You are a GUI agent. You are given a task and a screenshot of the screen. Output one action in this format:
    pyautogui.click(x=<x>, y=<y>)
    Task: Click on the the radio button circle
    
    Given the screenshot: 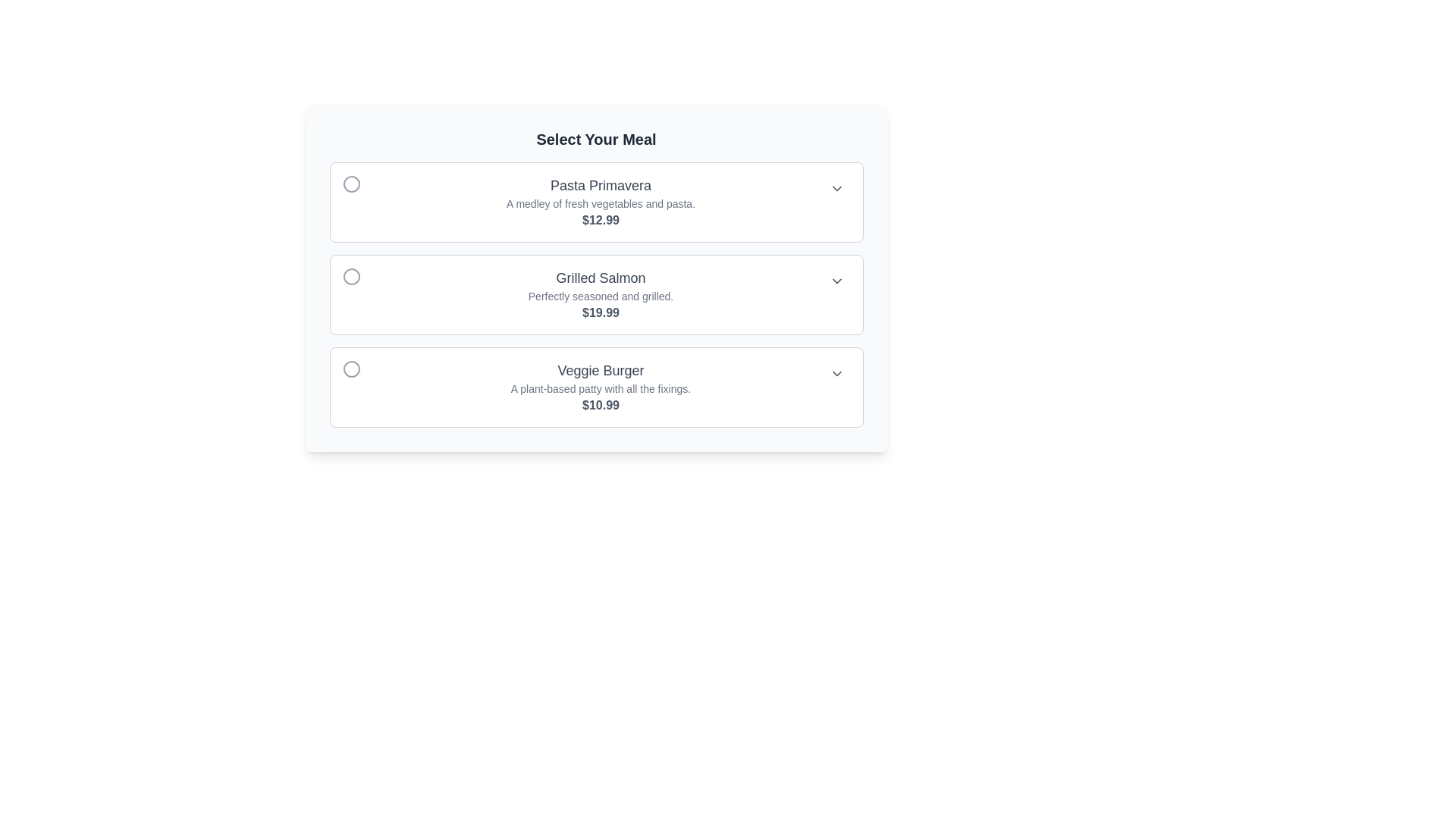 What is the action you would take?
    pyautogui.click(x=359, y=184)
    